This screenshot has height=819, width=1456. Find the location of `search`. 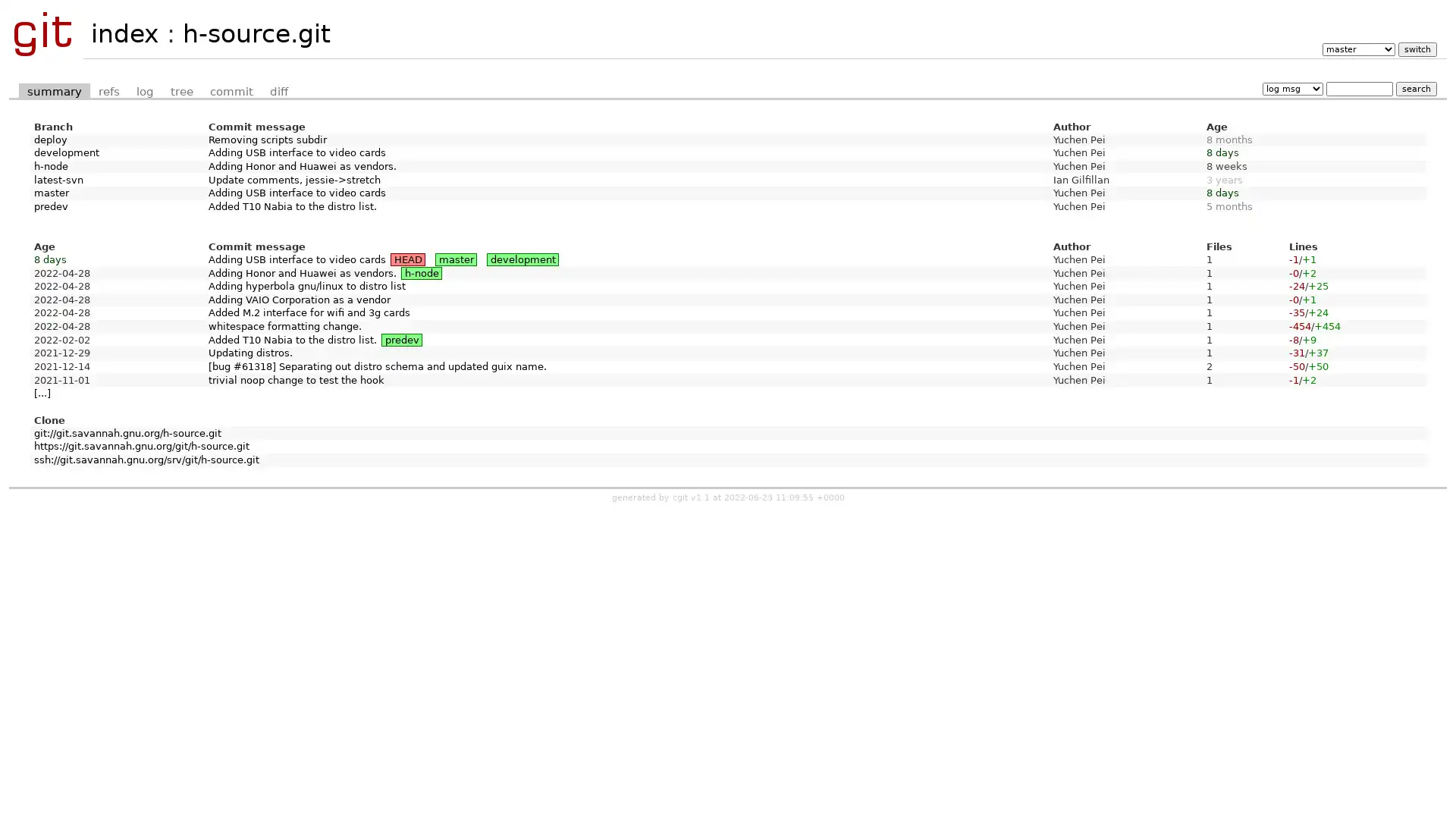

search is located at coordinates (1415, 88).